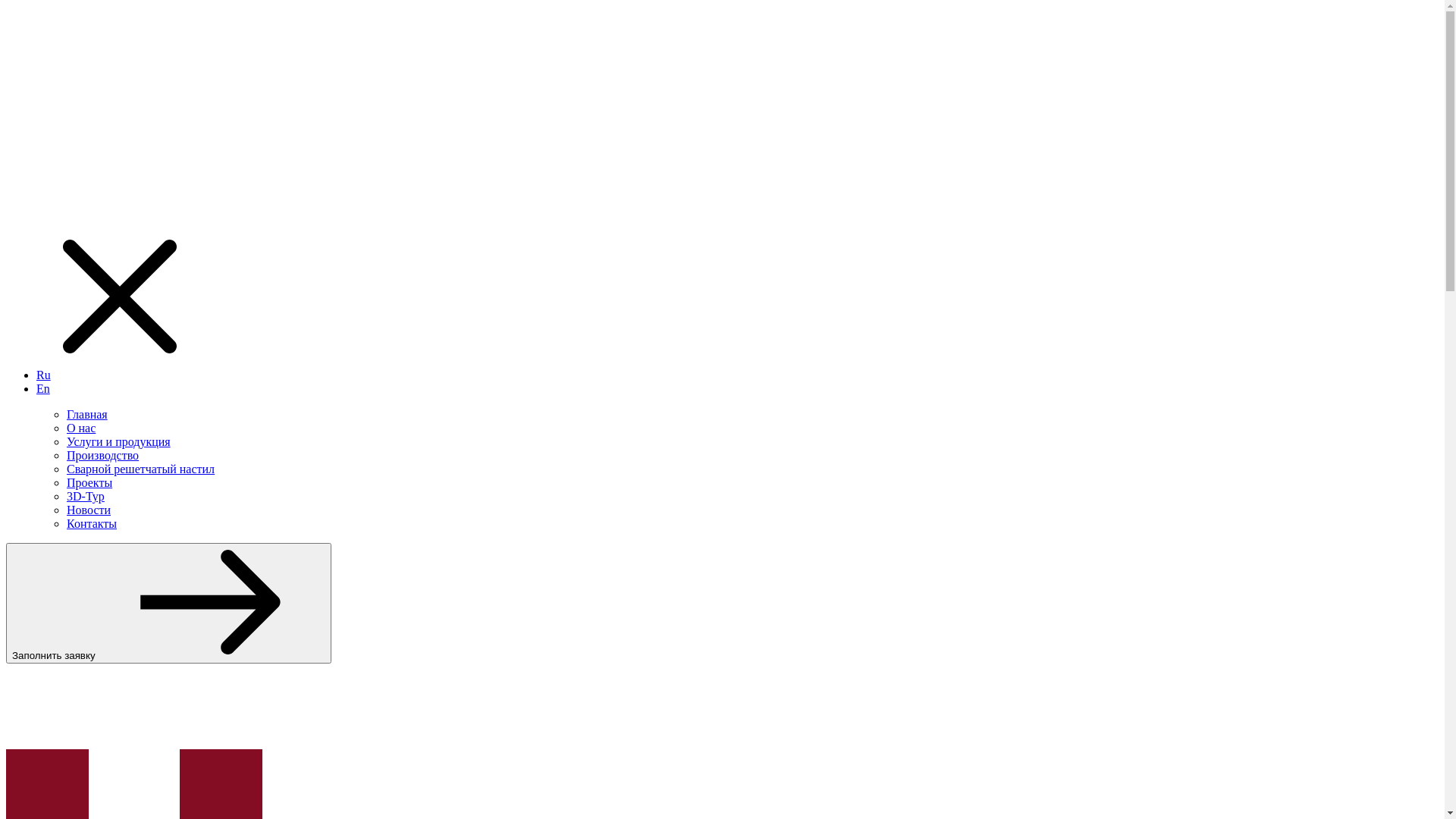  What do you see at coordinates (43, 375) in the screenshot?
I see `'Ru'` at bounding box center [43, 375].